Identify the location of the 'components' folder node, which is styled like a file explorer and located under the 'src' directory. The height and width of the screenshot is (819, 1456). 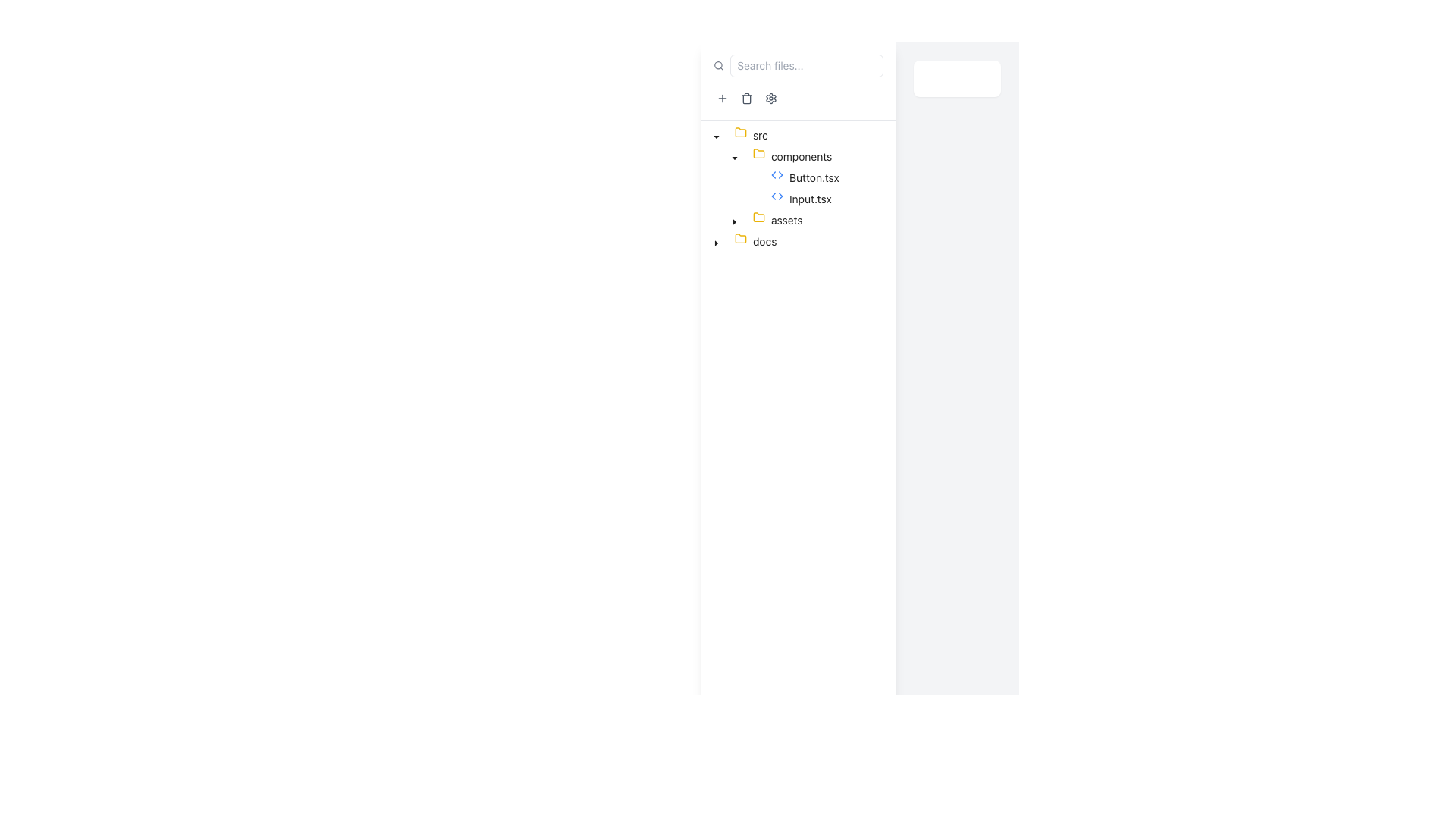
(792, 157).